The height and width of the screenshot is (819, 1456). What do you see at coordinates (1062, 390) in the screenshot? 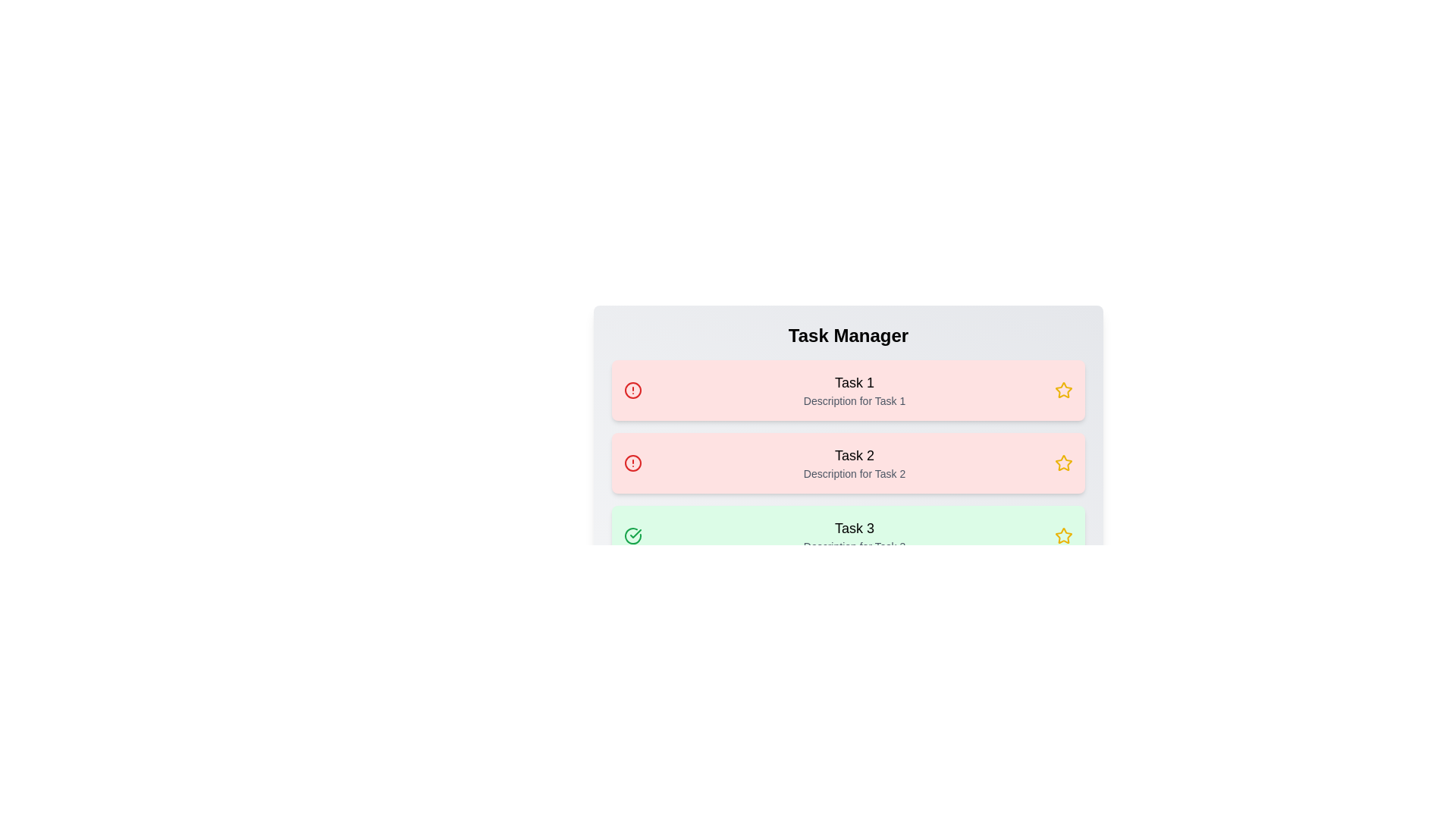
I see `the star icon corresponding to 1 to mark it as a favorite` at bounding box center [1062, 390].